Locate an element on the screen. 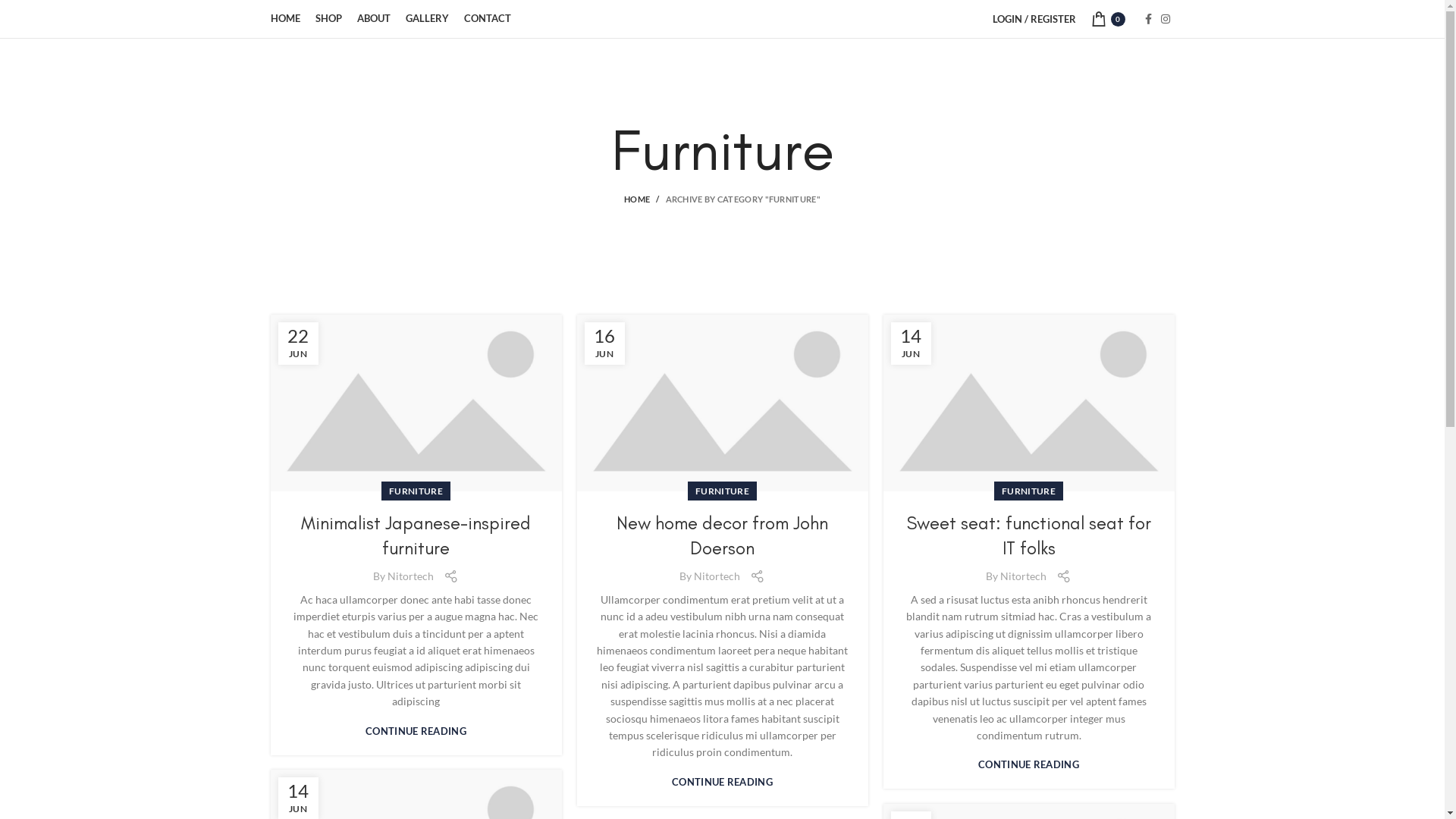 This screenshot has height=819, width=1456. 'LOGIN / REGISTER' is located at coordinates (984, 18).